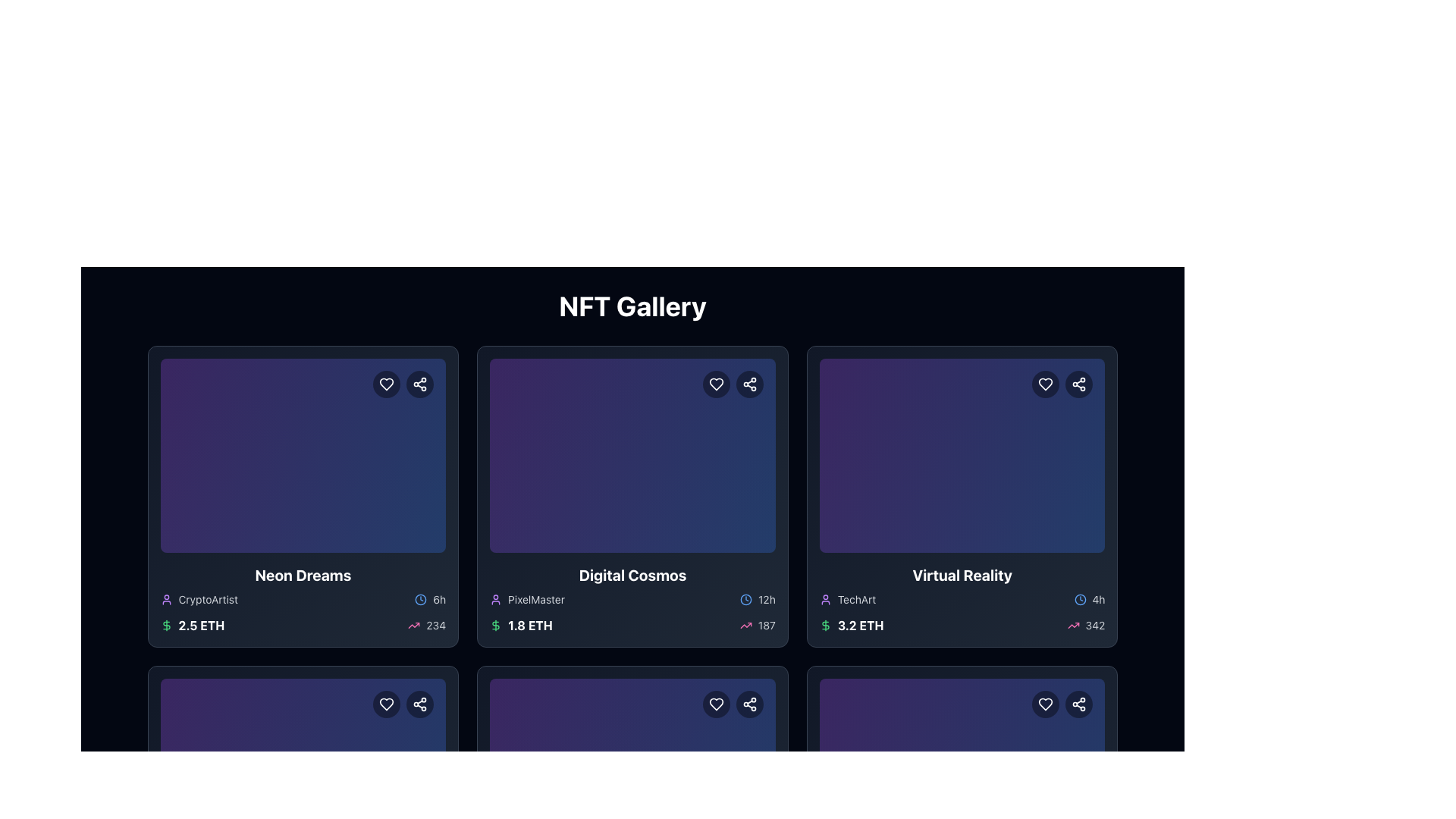 The height and width of the screenshot is (819, 1456). What do you see at coordinates (715, 704) in the screenshot?
I see `the heart-shaped icon located at the top-right corner of the 'Digital Cosmos' card to mark the item as favorite` at bounding box center [715, 704].